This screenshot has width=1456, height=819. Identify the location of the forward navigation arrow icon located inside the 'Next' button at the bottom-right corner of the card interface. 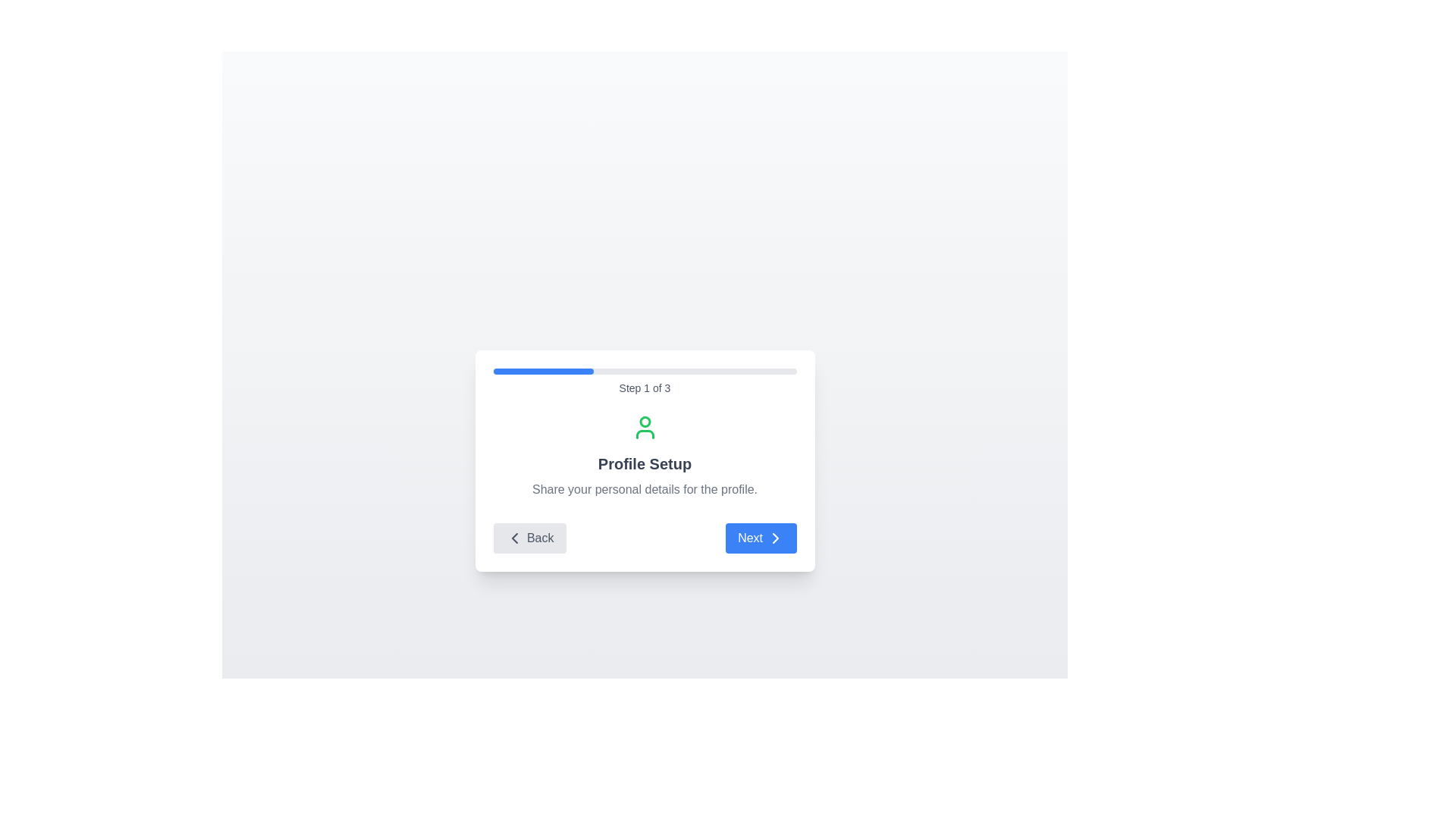
(775, 538).